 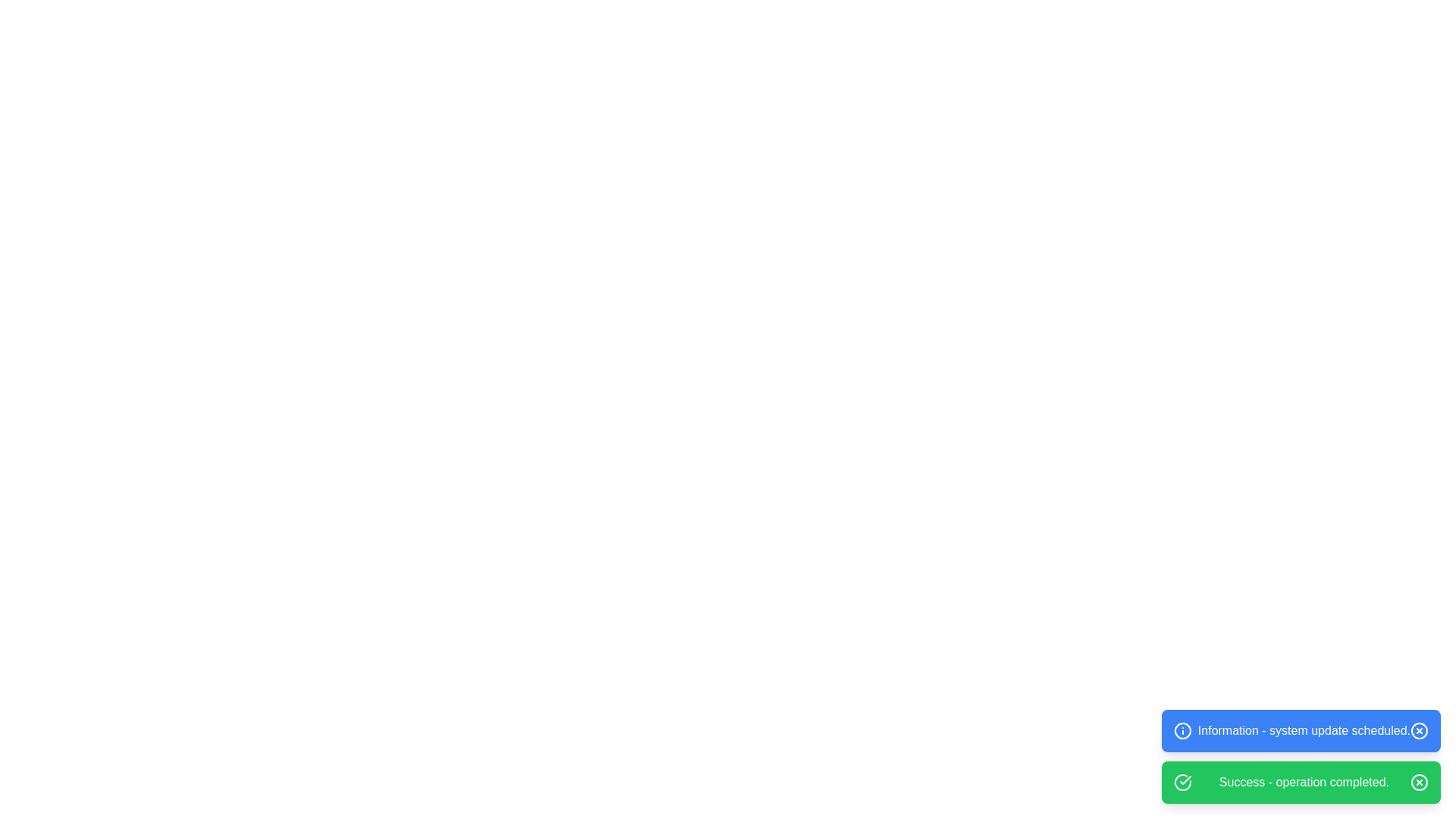 What do you see at coordinates (1303, 730) in the screenshot?
I see `the Text Label displaying 'Information - system update scheduled.' which is located within a blue notification card at the top of the notification items` at bounding box center [1303, 730].